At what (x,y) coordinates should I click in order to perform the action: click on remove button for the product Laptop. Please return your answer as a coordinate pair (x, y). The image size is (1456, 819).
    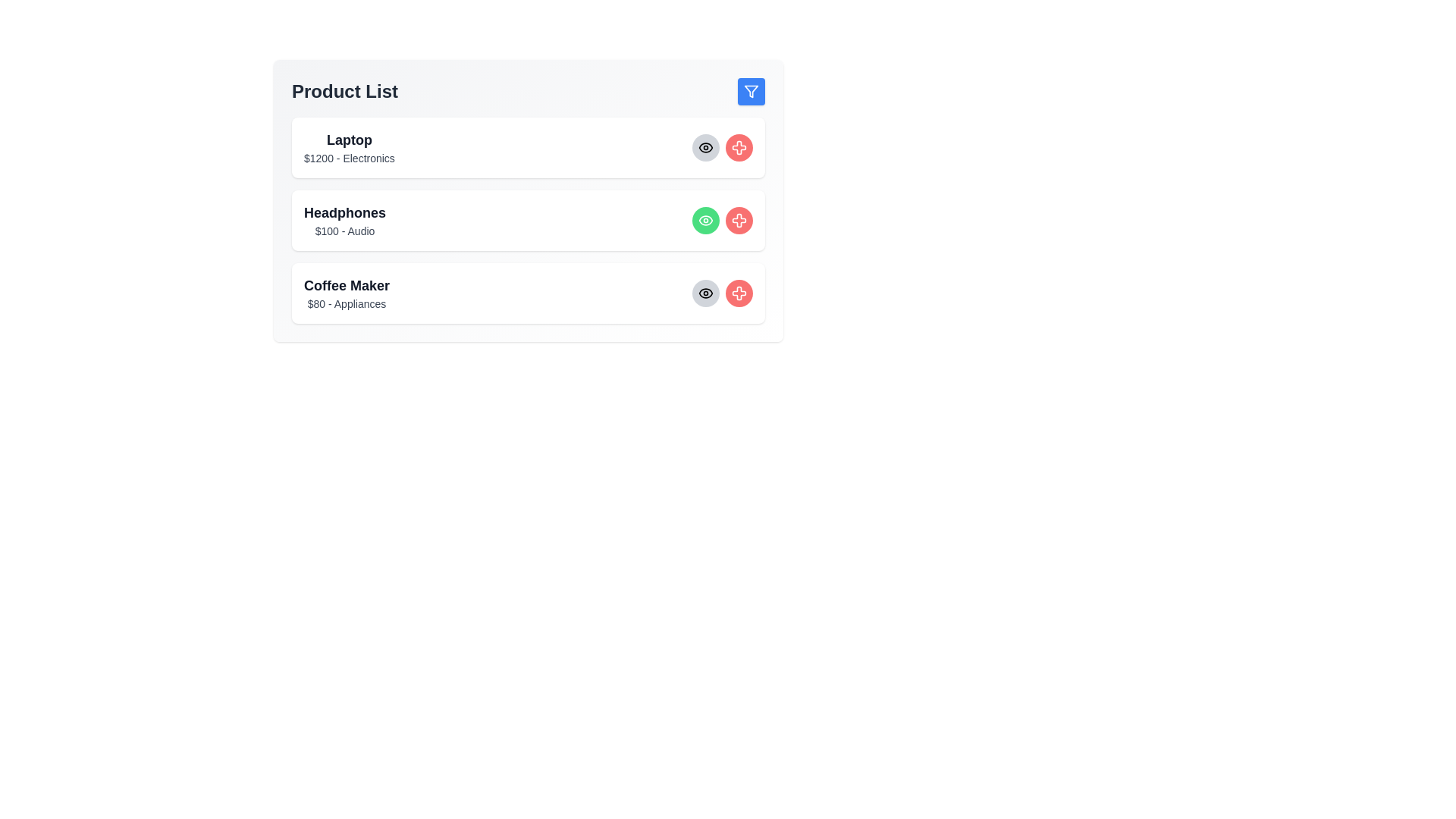
    Looking at the image, I should click on (739, 148).